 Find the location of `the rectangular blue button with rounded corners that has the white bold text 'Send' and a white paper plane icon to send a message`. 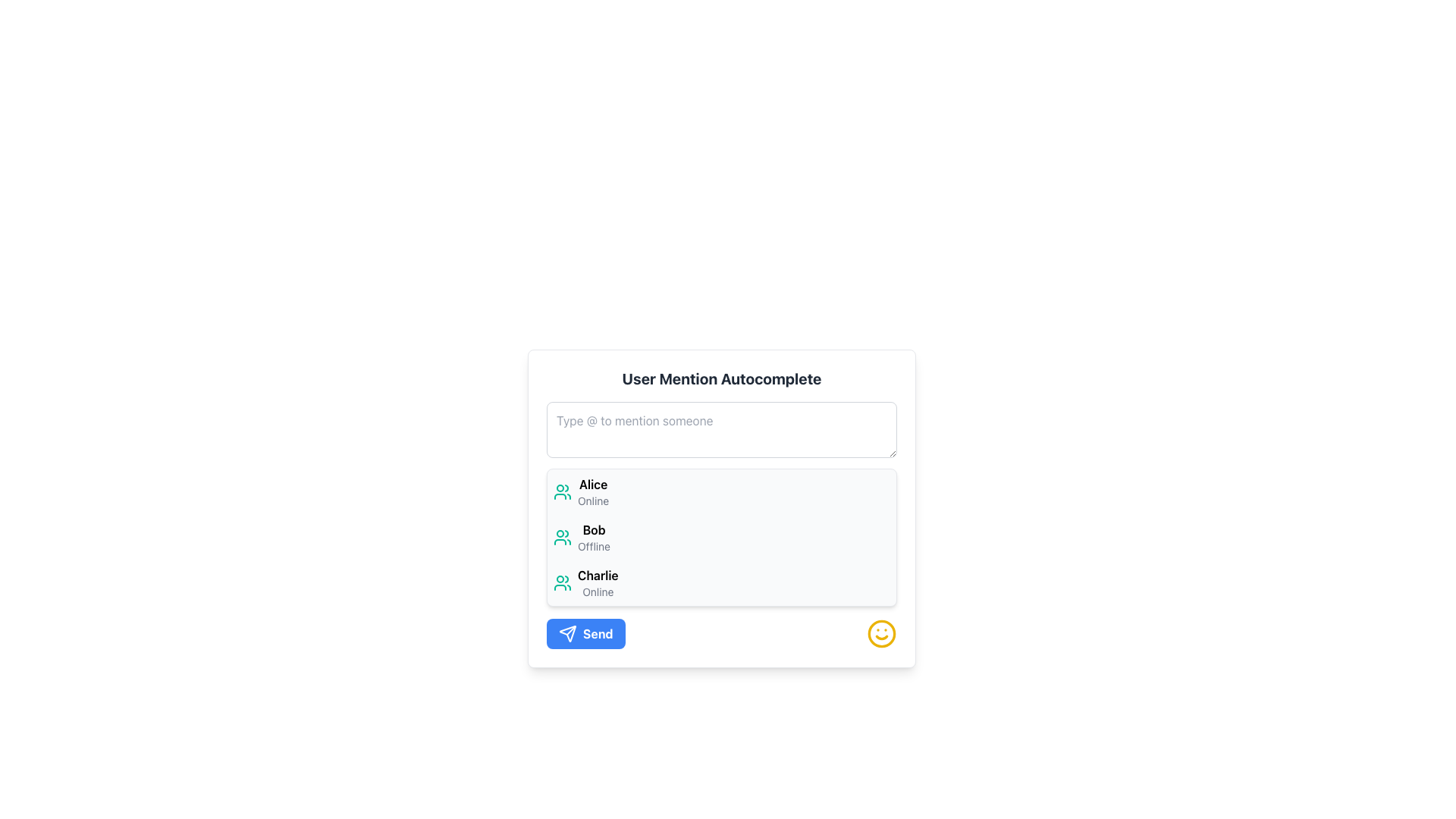

the rectangular blue button with rounded corners that has the white bold text 'Send' and a white paper plane icon to send a message is located at coordinates (585, 634).